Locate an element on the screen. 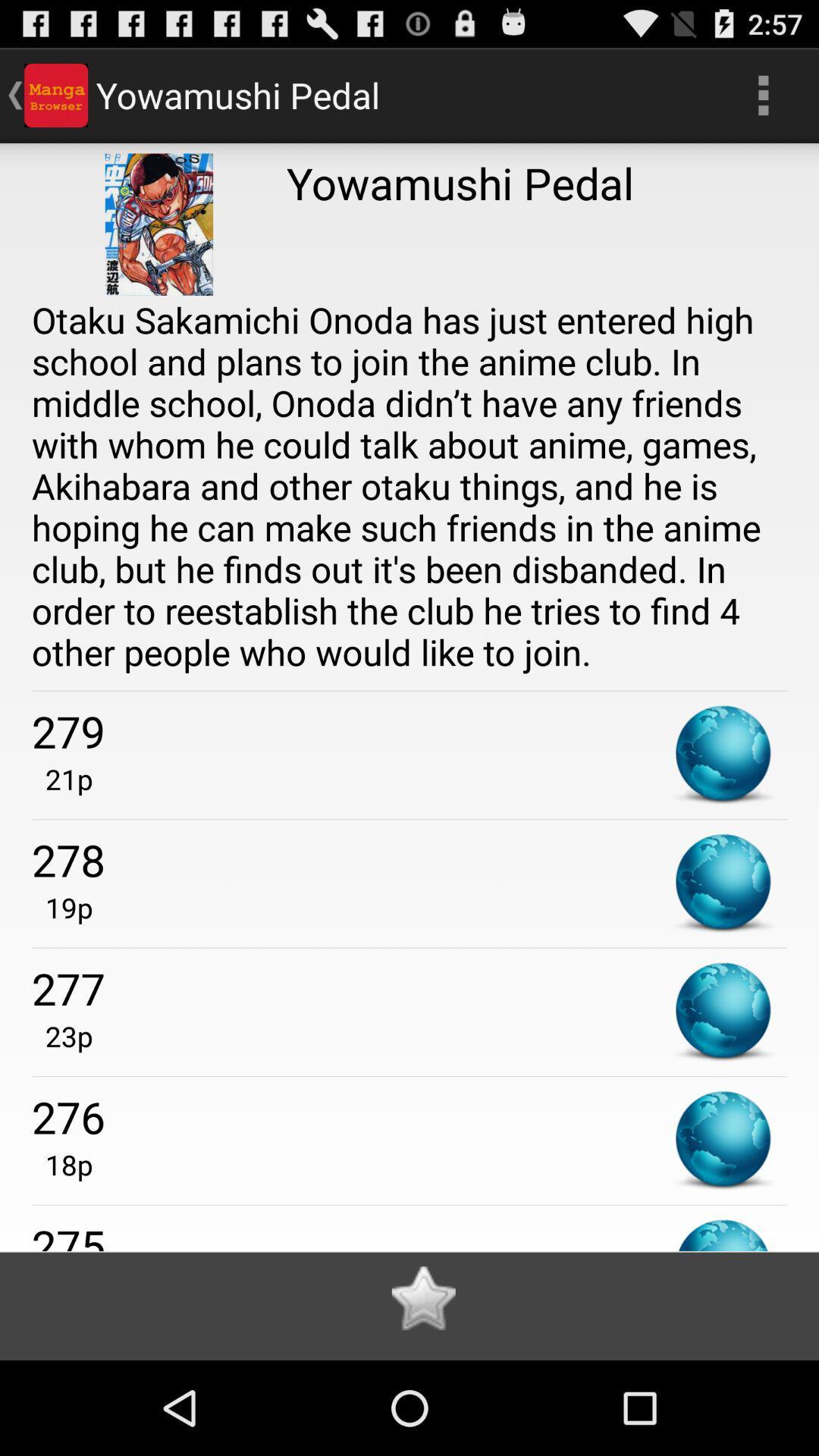  the icon above   18p icon is located at coordinates (409, 1116).